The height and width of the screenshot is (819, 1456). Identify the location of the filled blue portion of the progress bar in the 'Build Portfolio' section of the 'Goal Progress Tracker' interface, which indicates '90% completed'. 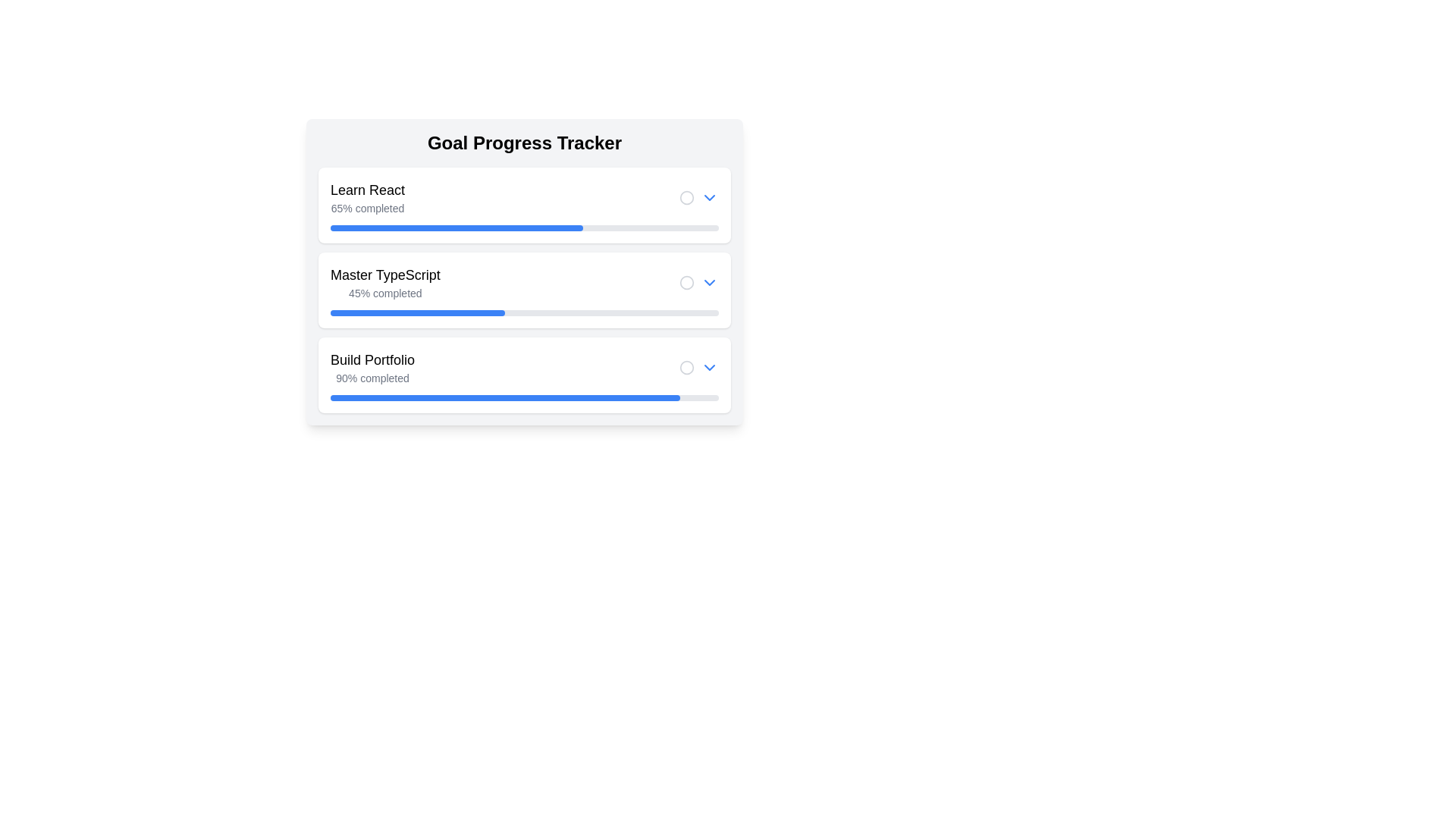
(505, 397).